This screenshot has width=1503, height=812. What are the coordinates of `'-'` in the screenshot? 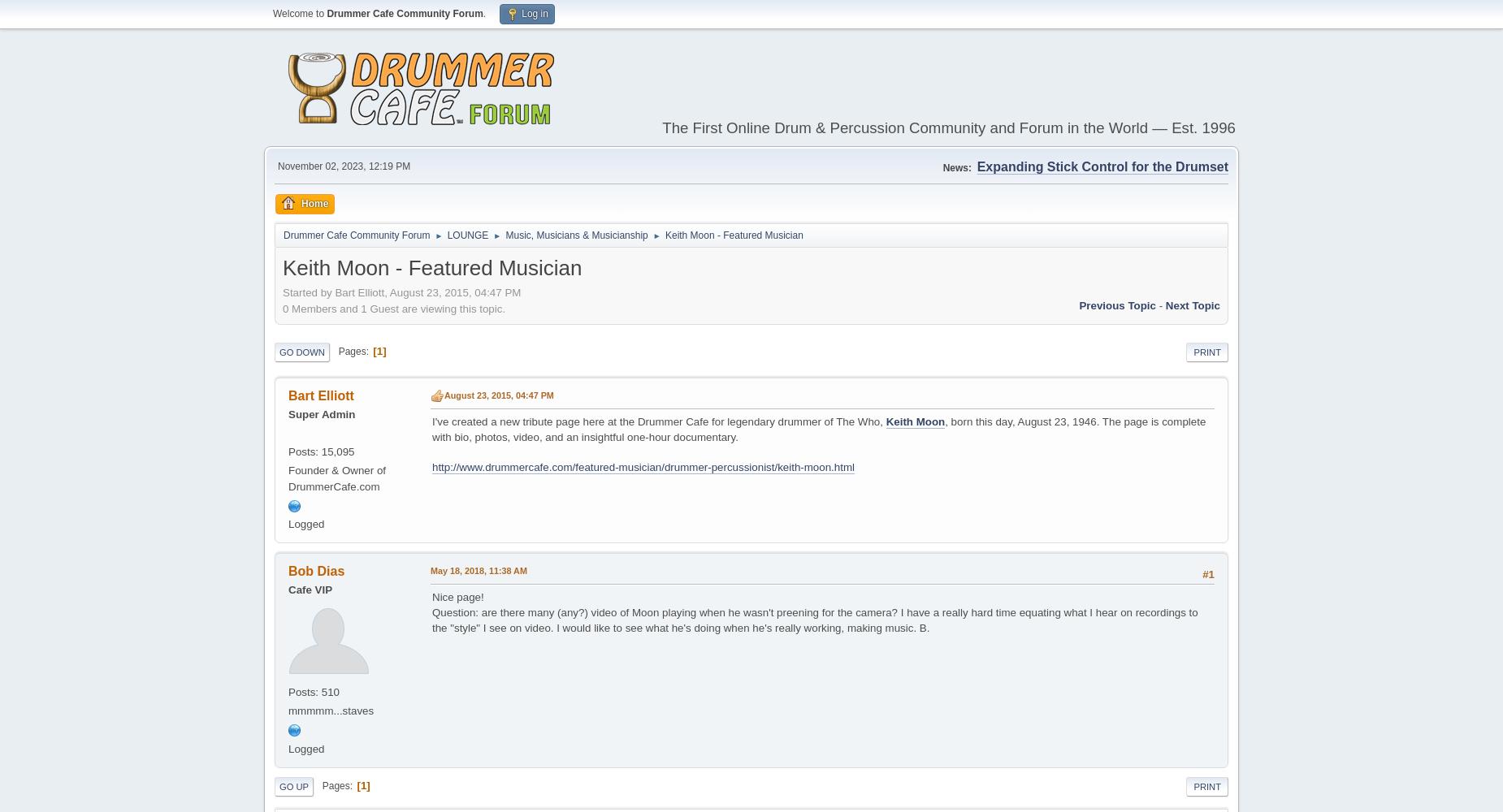 It's located at (1160, 304).